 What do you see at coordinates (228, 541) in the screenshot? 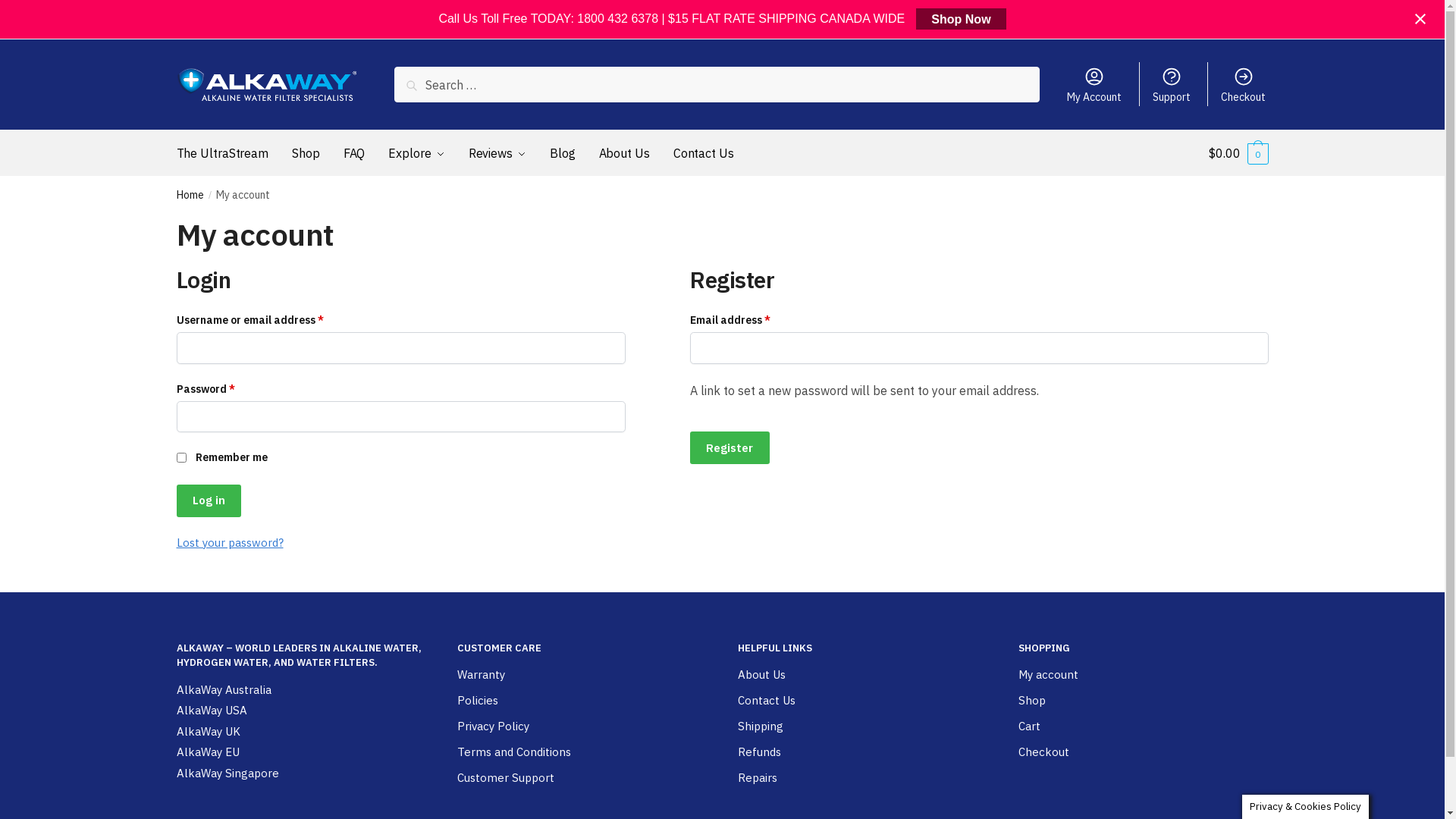
I see `'Lost your password?'` at bounding box center [228, 541].